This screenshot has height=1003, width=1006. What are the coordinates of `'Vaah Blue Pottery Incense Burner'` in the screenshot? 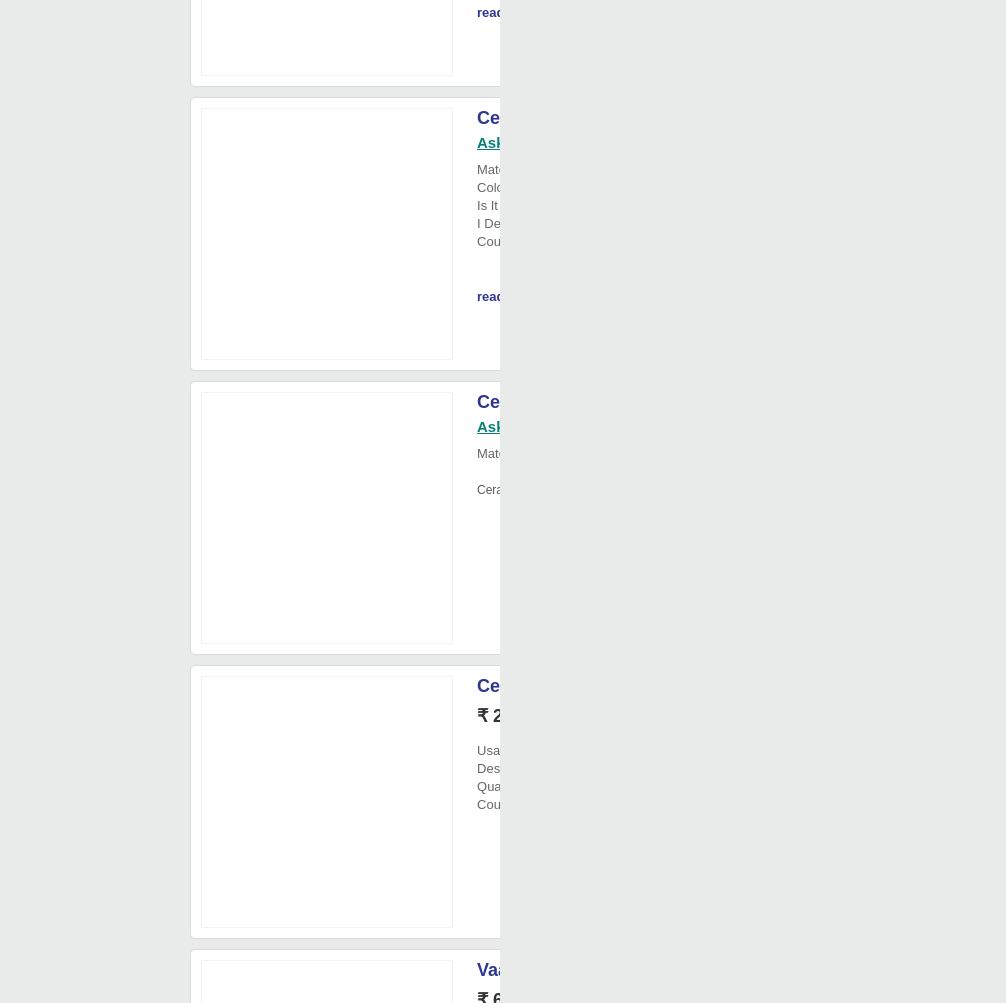 It's located at (621, 969).